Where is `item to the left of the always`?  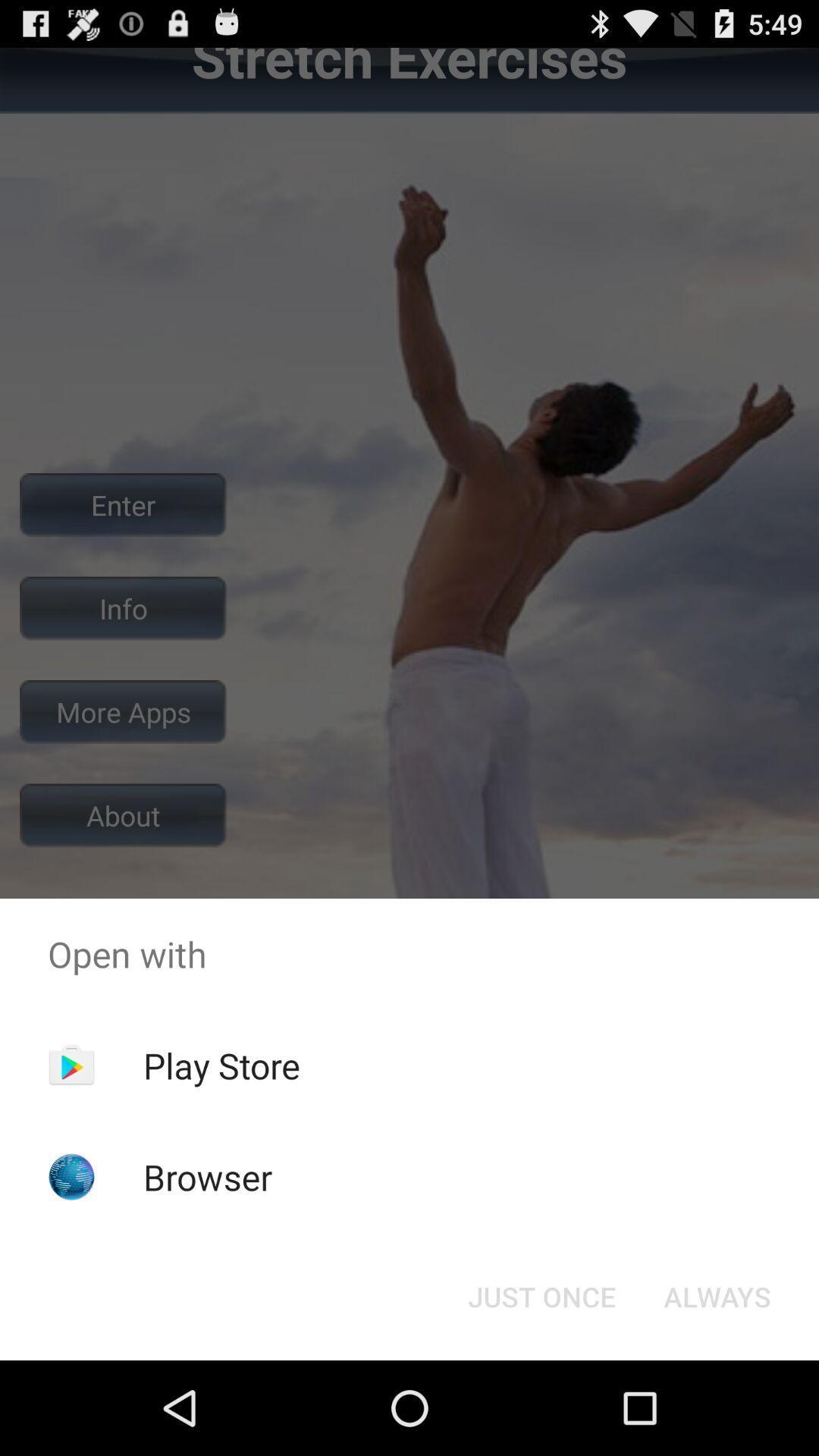
item to the left of the always is located at coordinates (541, 1295).